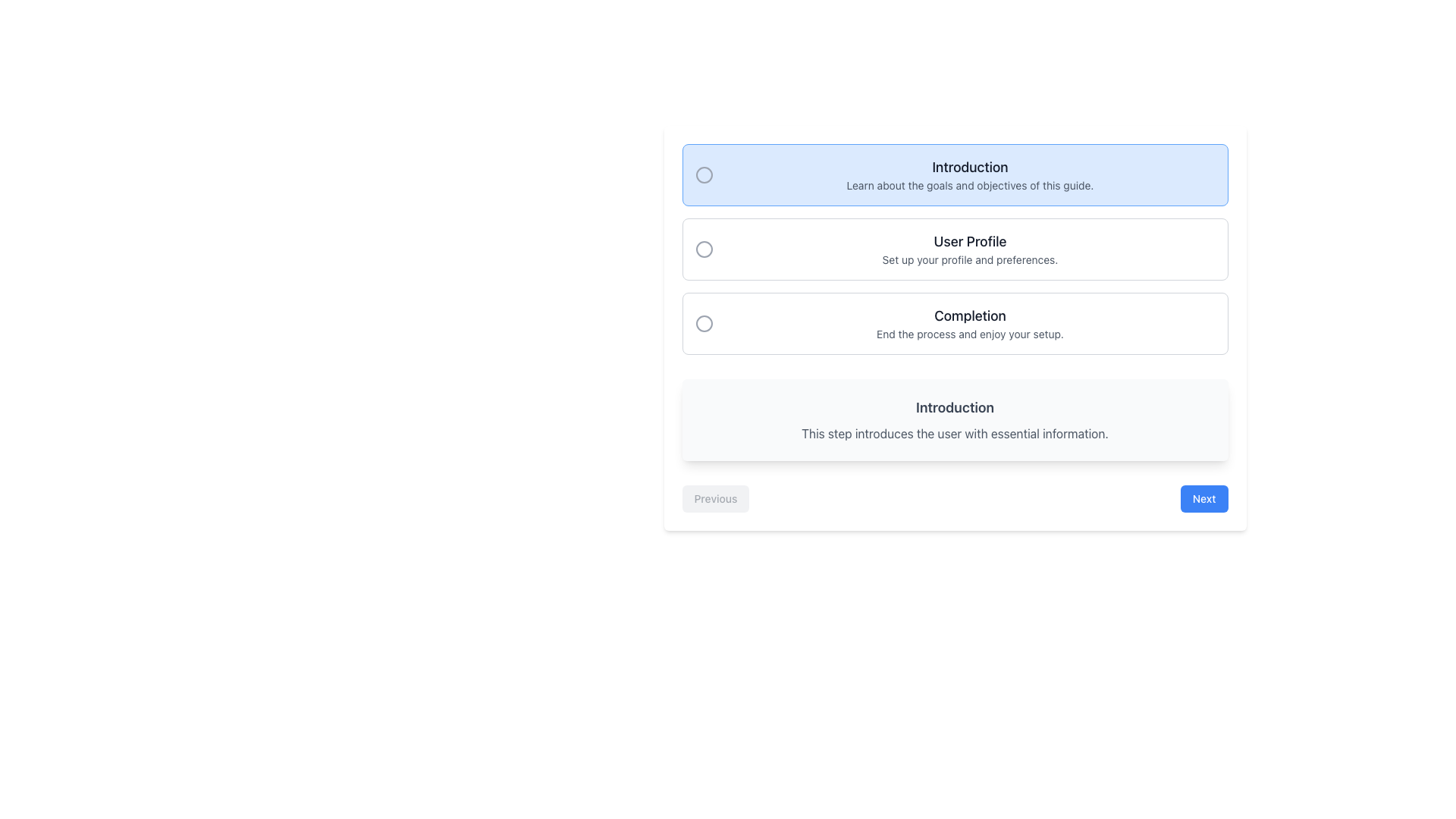 The height and width of the screenshot is (819, 1456). What do you see at coordinates (969, 167) in the screenshot?
I see `the text label displaying 'Introduction', which is styled in bold with a larger font size and has a light blue background, positioned at the top of a selection item` at bounding box center [969, 167].